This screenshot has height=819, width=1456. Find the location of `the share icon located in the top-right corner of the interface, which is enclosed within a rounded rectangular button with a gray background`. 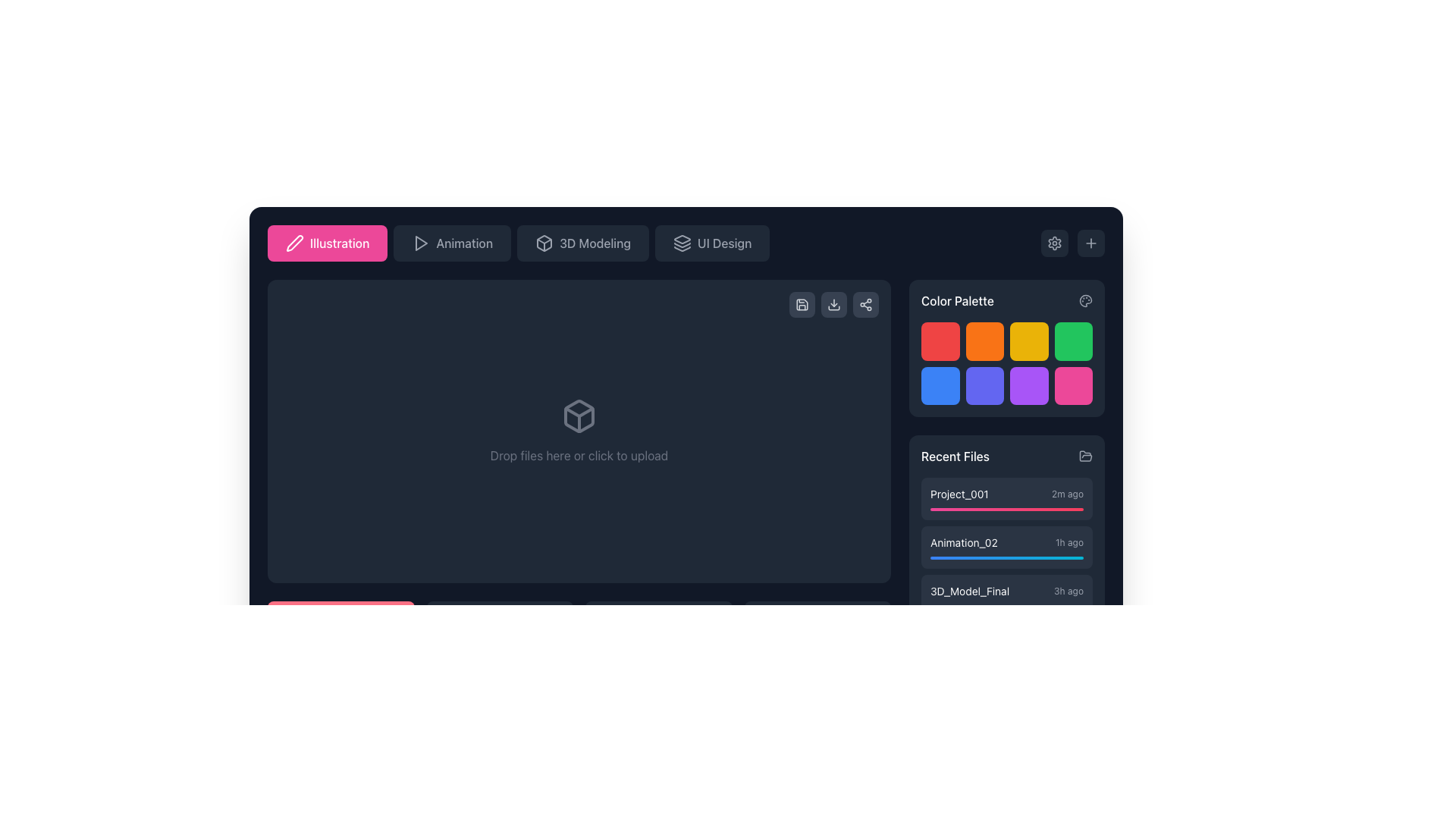

the share icon located in the top-right corner of the interface, which is enclosed within a rounded rectangular button with a gray background is located at coordinates (866, 304).